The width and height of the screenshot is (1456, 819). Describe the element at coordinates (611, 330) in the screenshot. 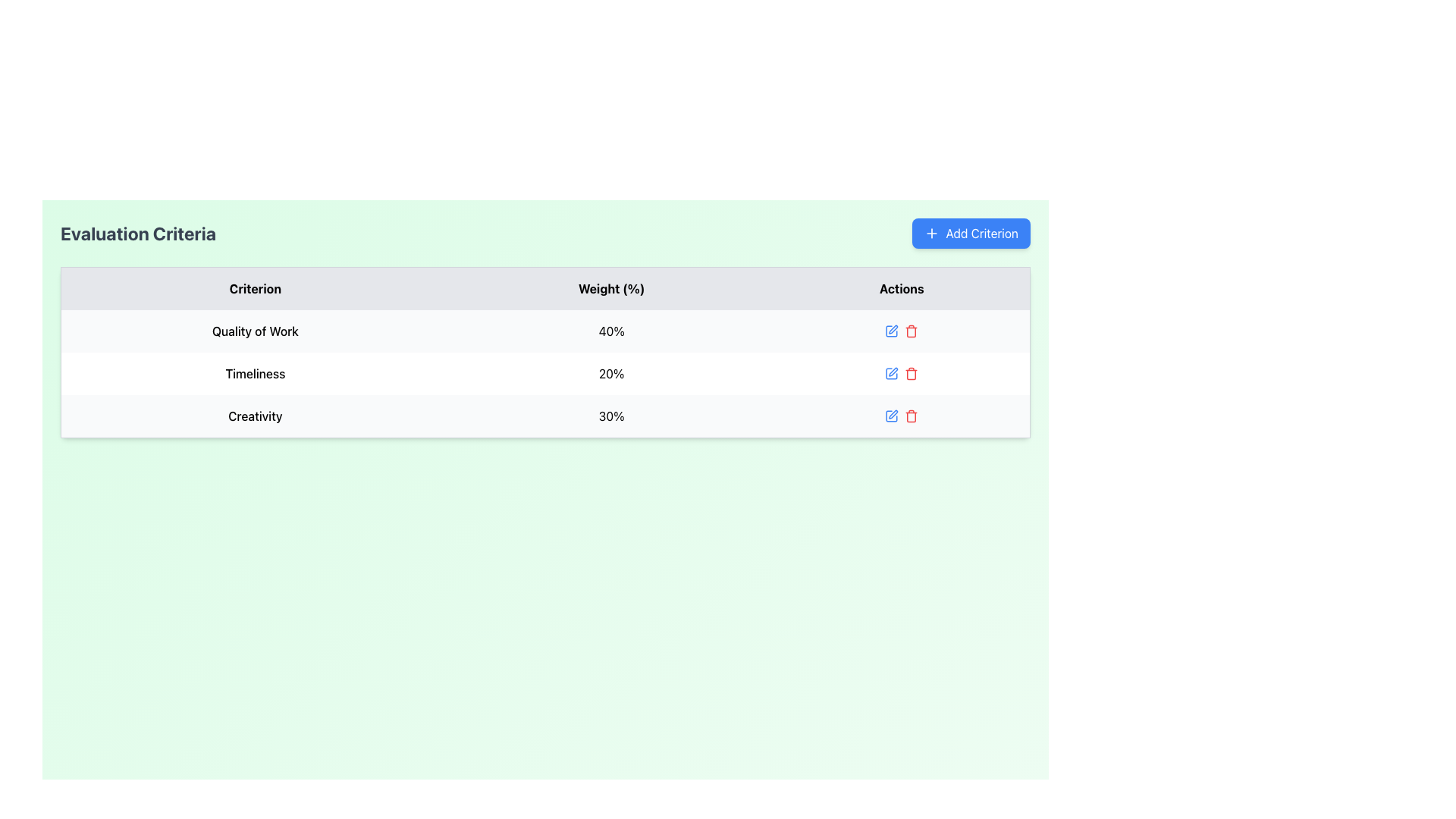

I see `the static text displaying the weight or percentage value for the 'Quality of Work' criterion in the evaluation table, located in the 'Weight (%)' column of the second row` at that location.